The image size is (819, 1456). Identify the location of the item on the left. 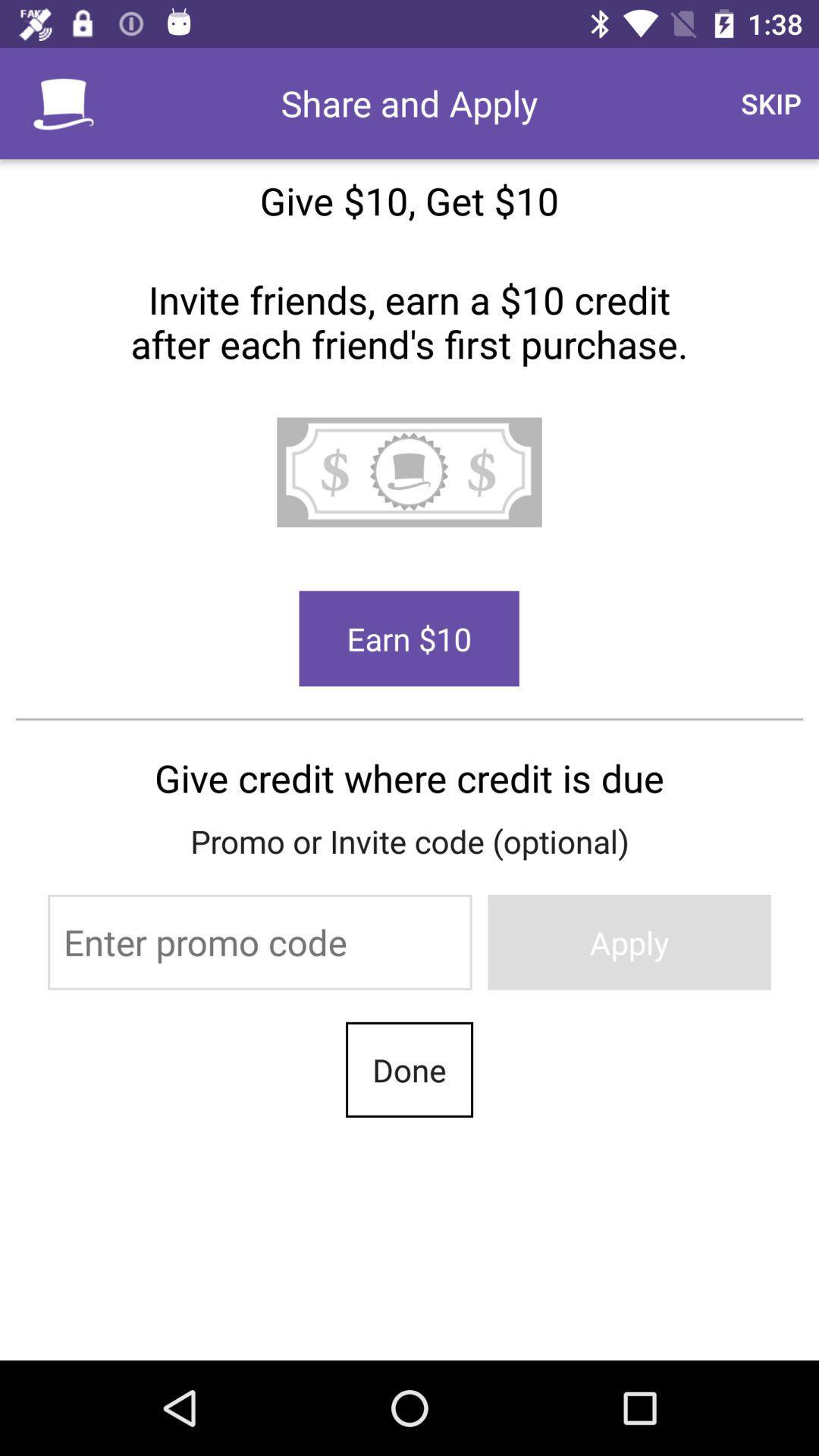
(259, 941).